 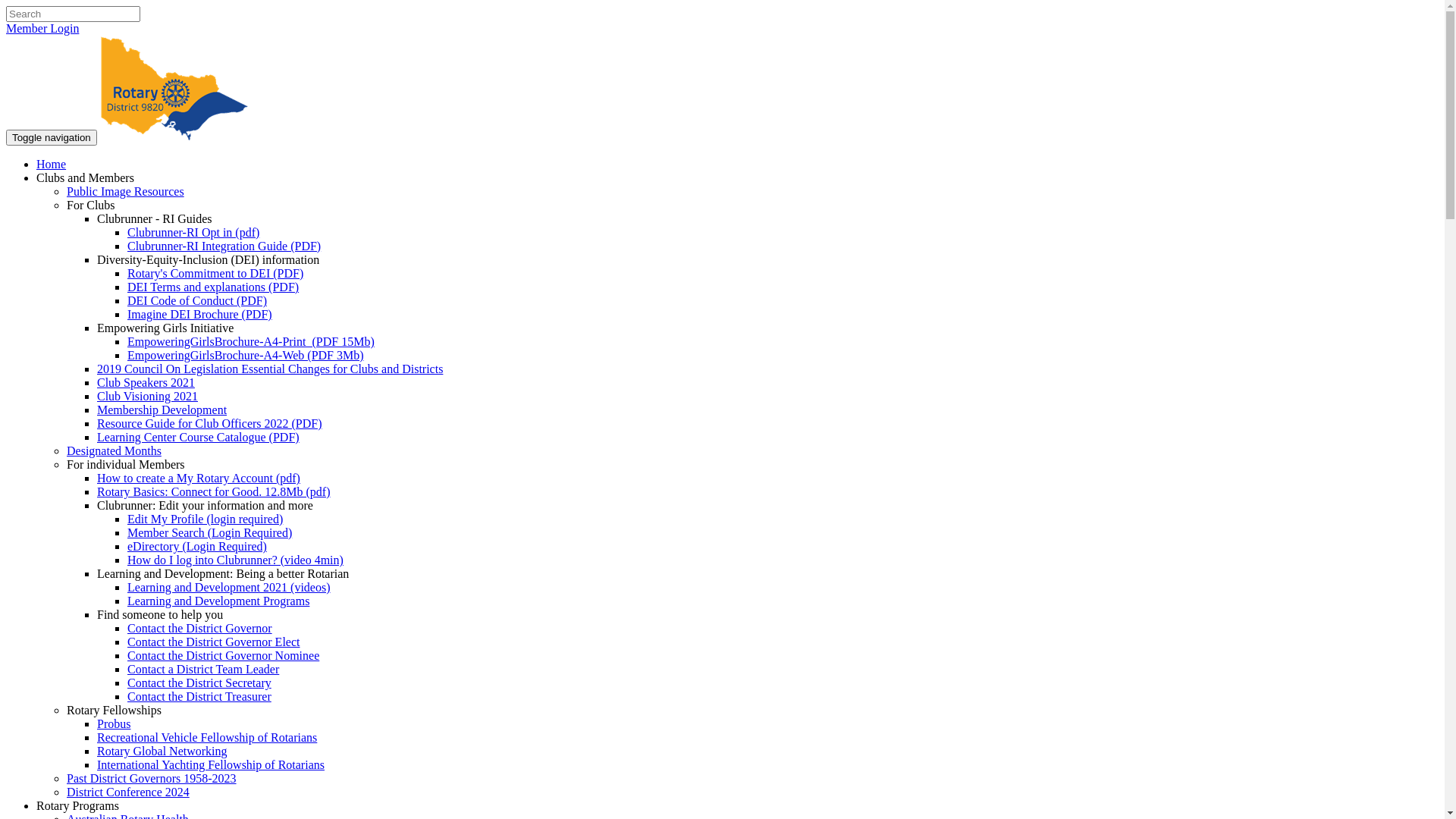 What do you see at coordinates (246, 355) in the screenshot?
I see `'EmpoweringGirlsBrochure-A4-Web (PDF 3Mb)'` at bounding box center [246, 355].